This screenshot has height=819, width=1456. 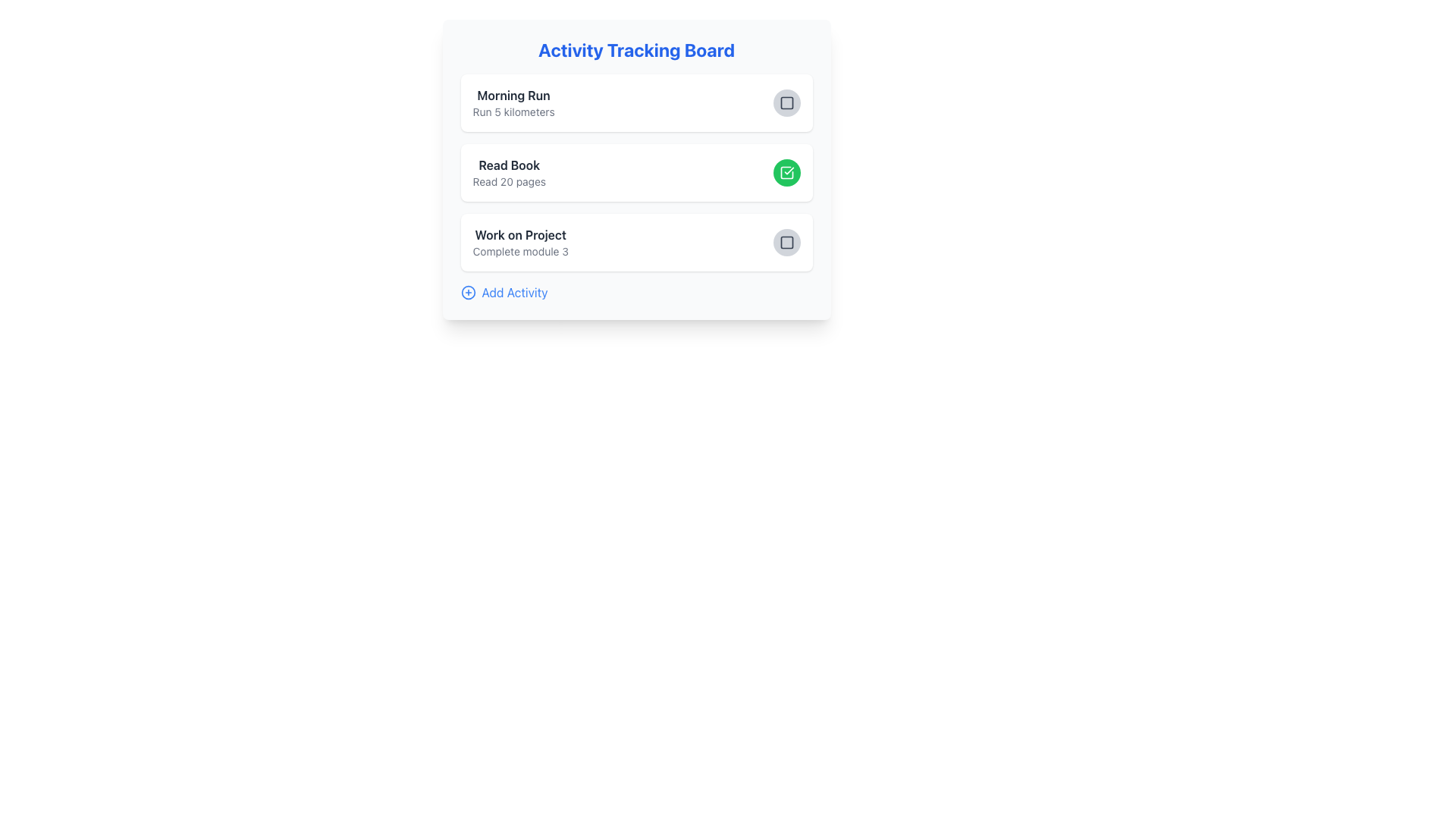 I want to click on the button located to the far right of the 'Morning Run' activity card in the 'Activity Tracking Board' panel, so click(x=786, y=102).